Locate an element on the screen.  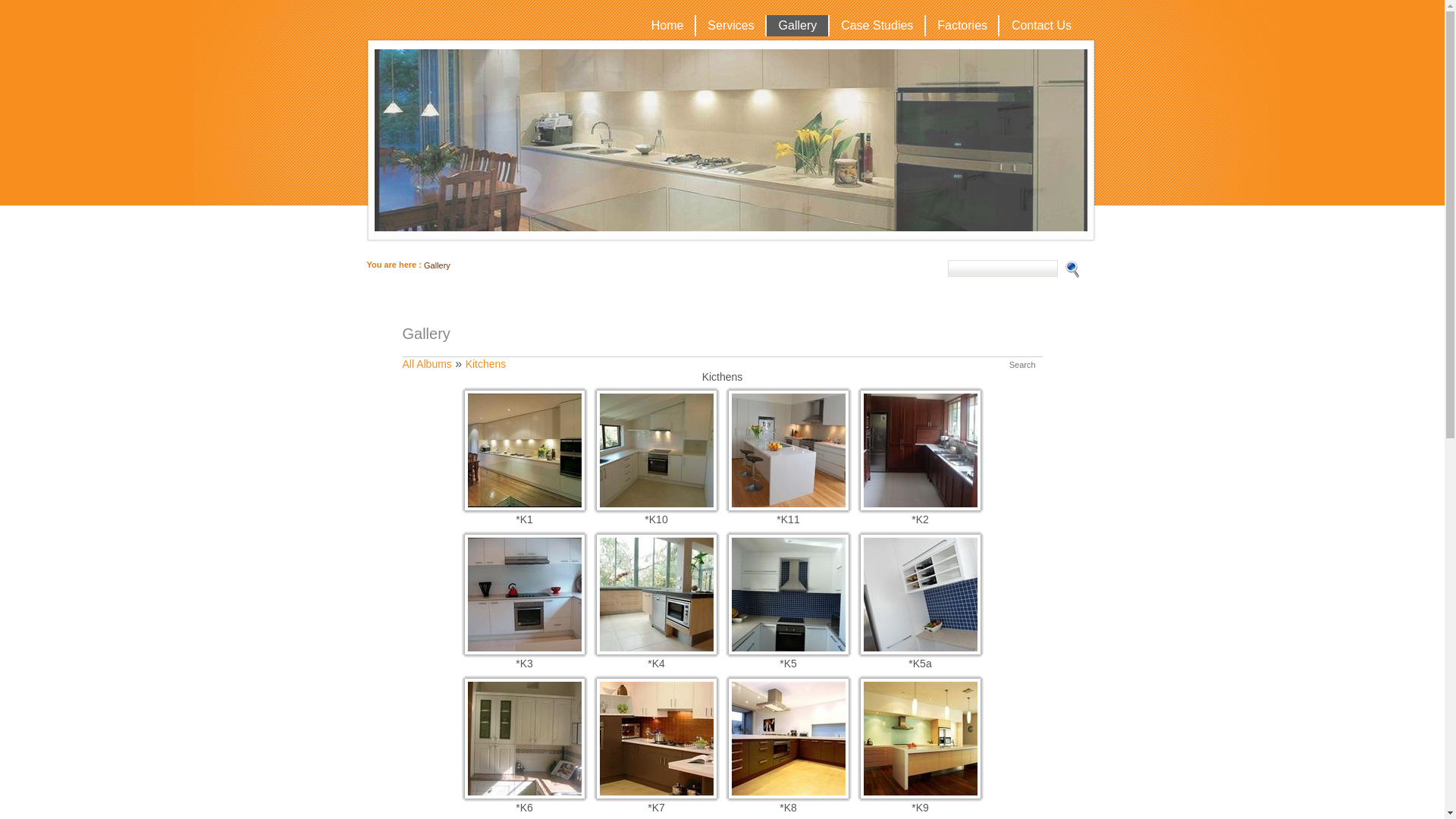
' Factories ' is located at coordinates (961, 26).